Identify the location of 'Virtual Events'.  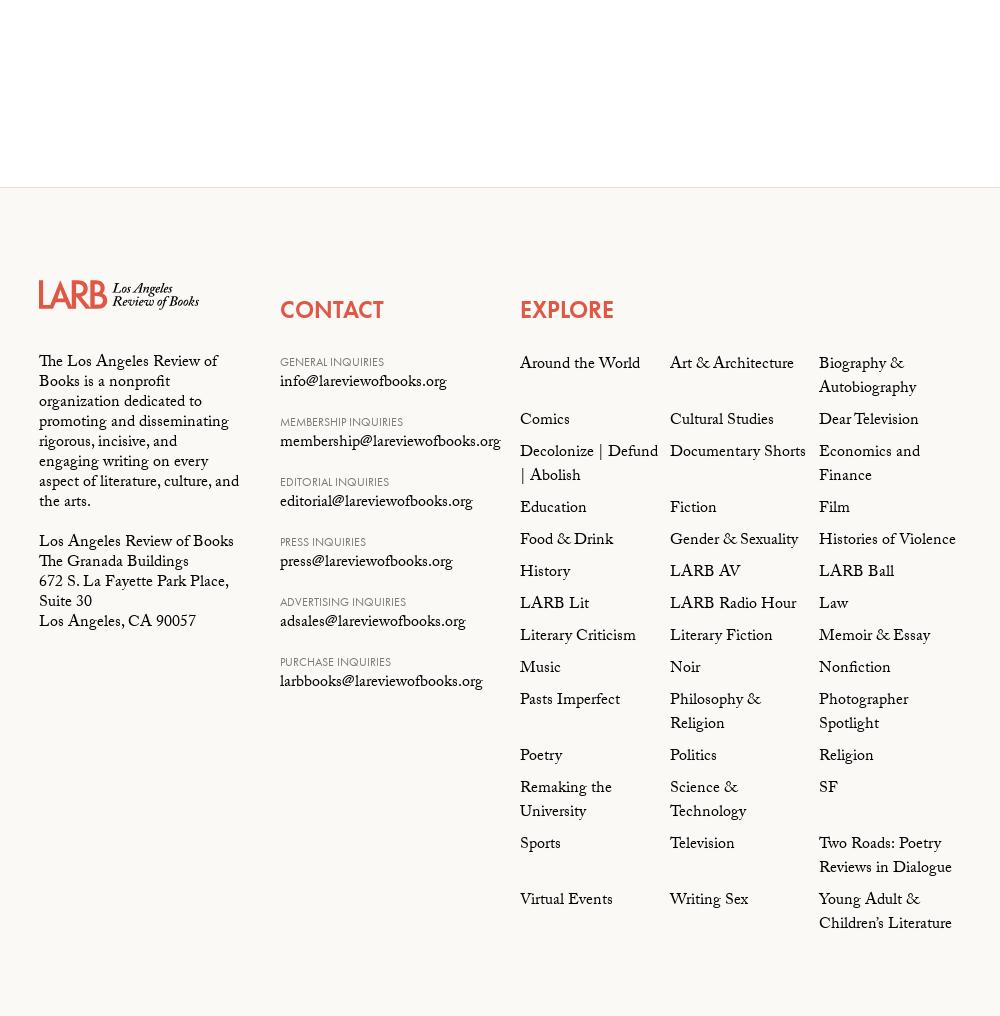
(565, 900).